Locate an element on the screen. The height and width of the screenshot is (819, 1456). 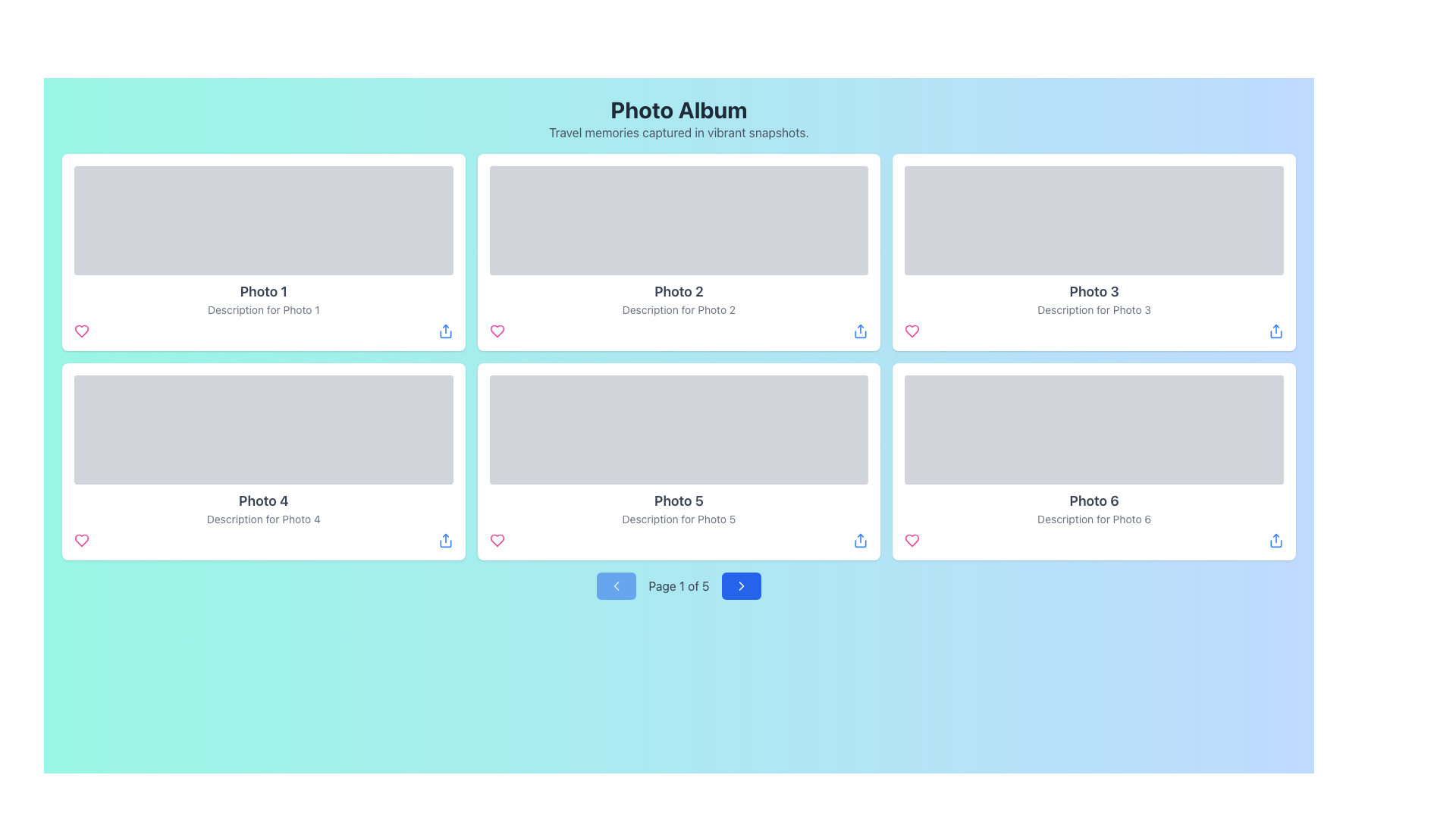
the text label displaying 'Photo 6' which is located in the bottom-right card of a 3x2 grid layout, centrally positioned above the description text is located at coordinates (1094, 500).